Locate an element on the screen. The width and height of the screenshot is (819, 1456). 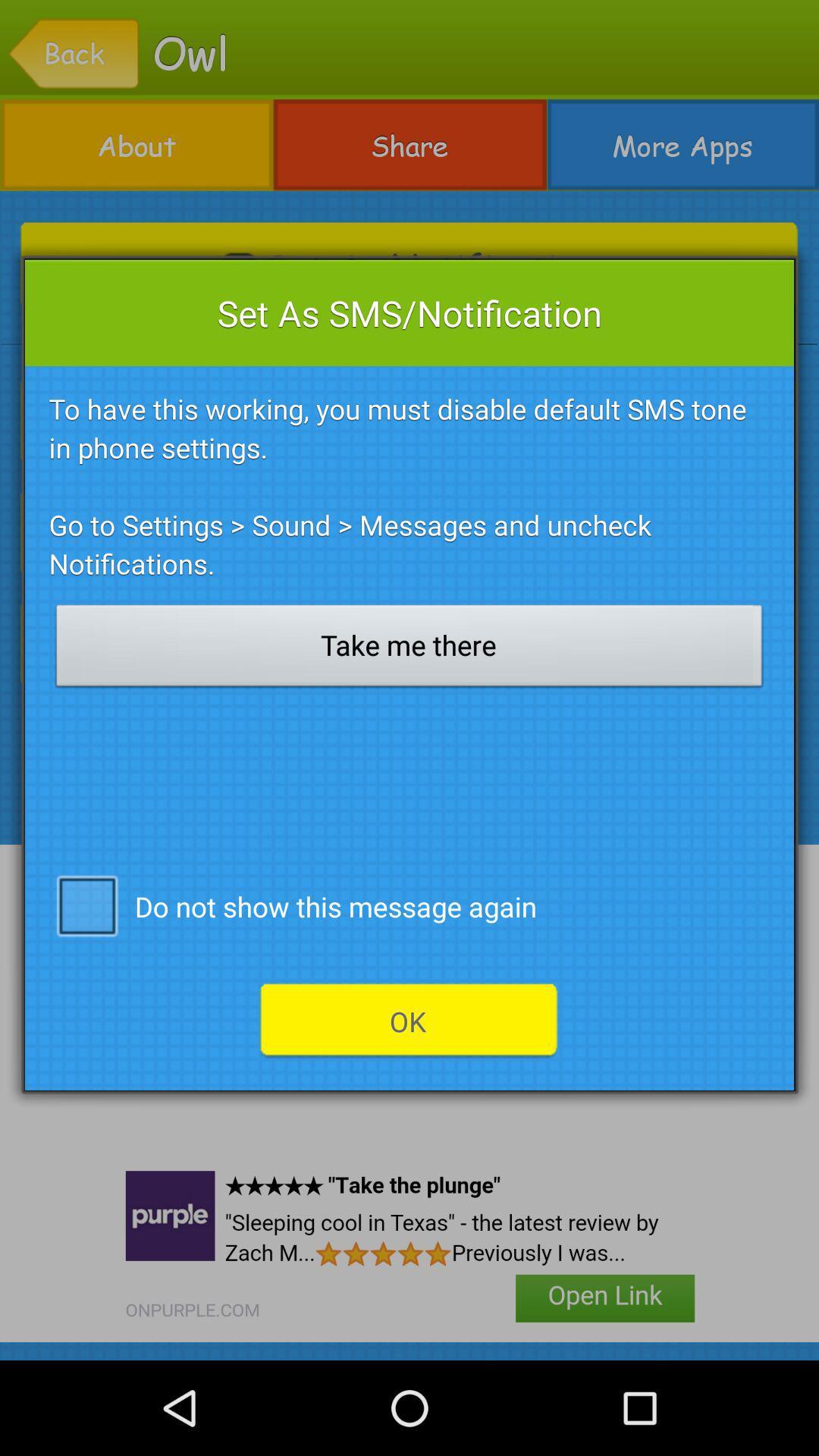
icon below to have this is located at coordinates (409, 650).